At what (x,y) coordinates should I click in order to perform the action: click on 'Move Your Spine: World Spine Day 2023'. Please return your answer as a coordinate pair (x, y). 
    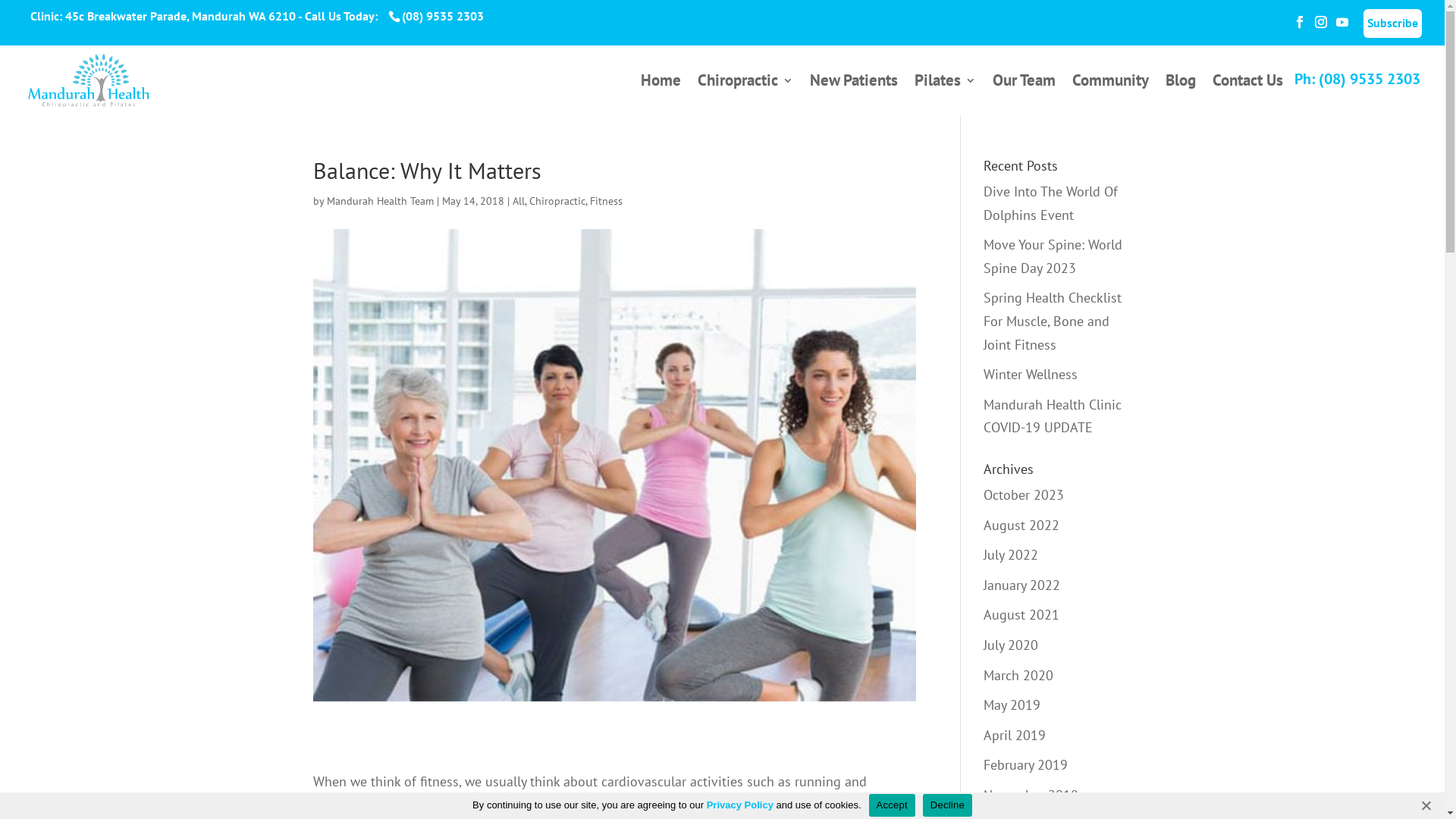
    Looking at the image, I should click on (1052, 256).